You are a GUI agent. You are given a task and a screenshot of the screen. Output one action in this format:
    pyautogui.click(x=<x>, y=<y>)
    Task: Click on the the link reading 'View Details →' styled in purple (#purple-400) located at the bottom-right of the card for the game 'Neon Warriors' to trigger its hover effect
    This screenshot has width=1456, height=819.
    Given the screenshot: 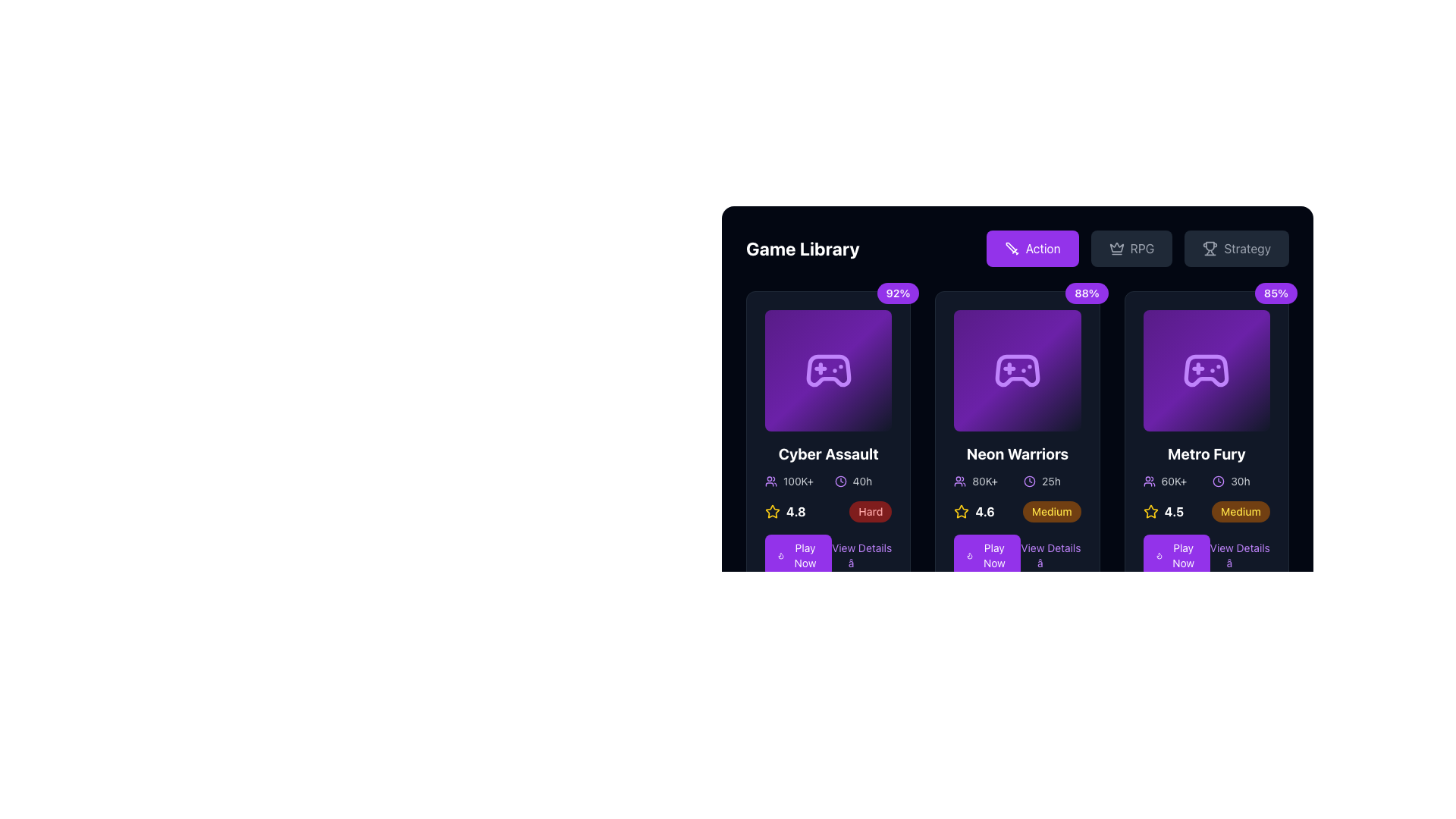 What is the action you would take?
    pyautogui.click(x=1050, y=555)
    